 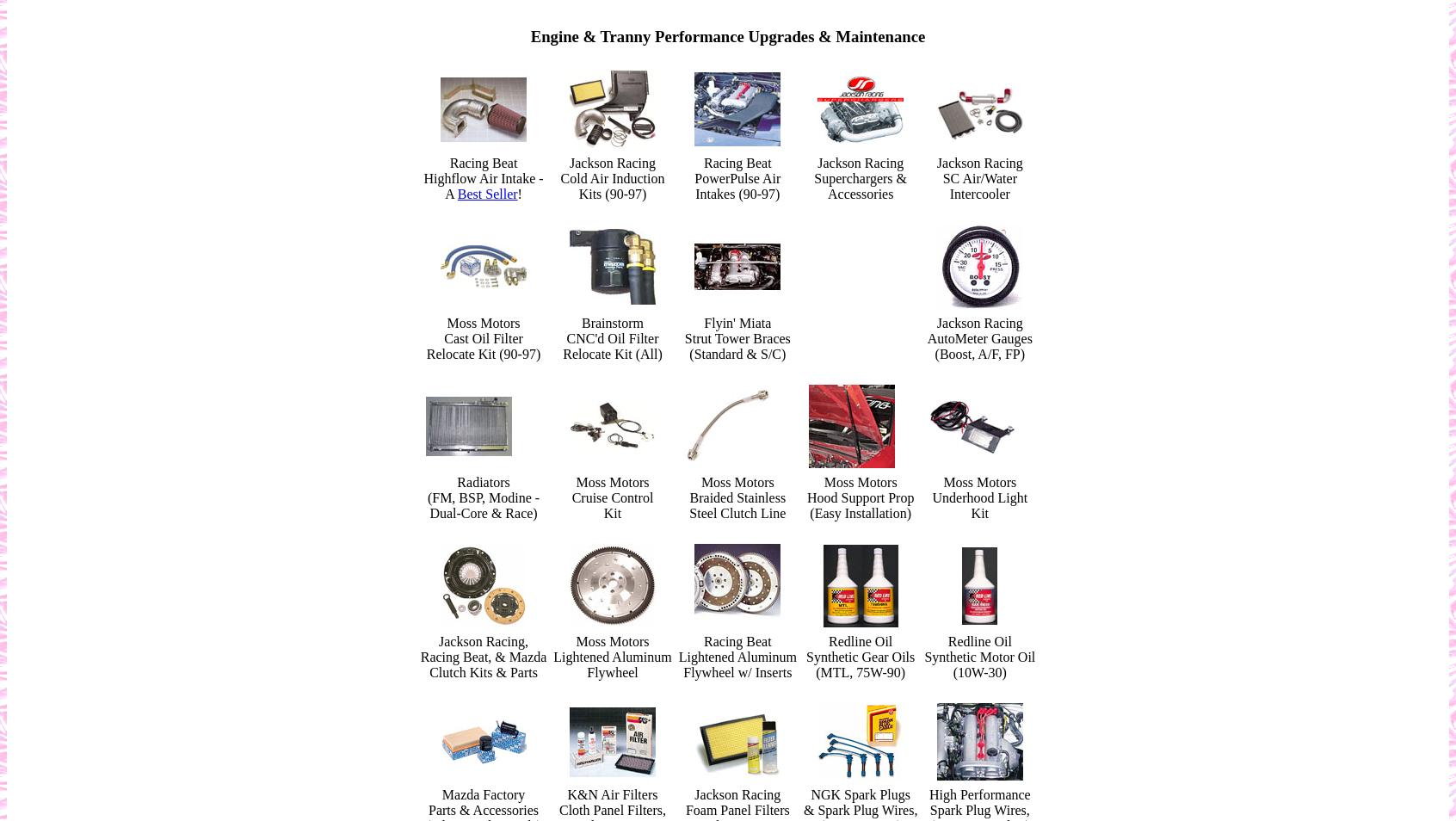 What do you see at coordinates (924, 657) in the screenshot?
I see `'Synthetic Motor Oil'` at bounding box center [924, 657].